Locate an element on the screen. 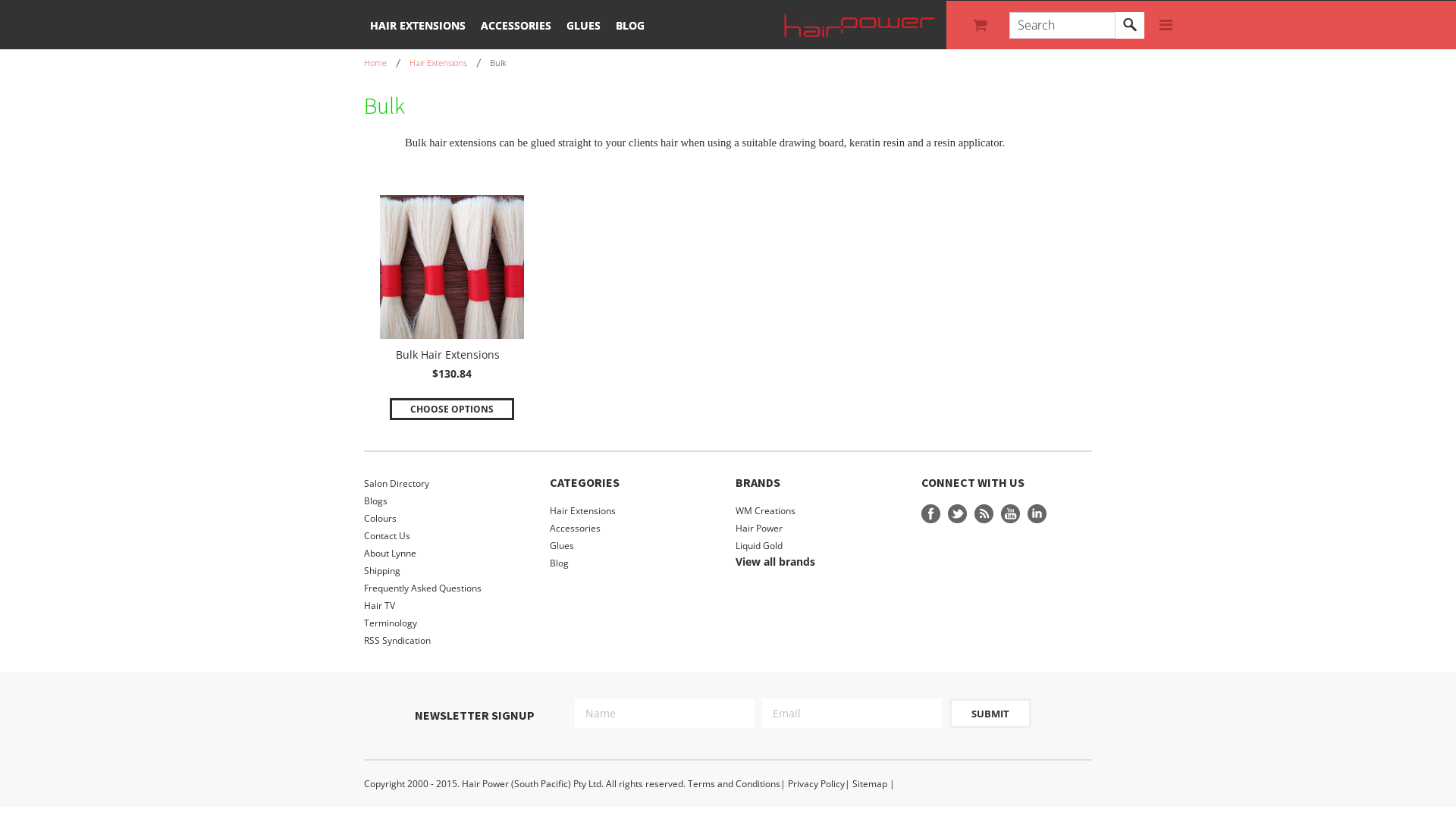 The height and width of the screenshot is (819, 1456). 'WM Creations' is located at coordinates (765, 510).